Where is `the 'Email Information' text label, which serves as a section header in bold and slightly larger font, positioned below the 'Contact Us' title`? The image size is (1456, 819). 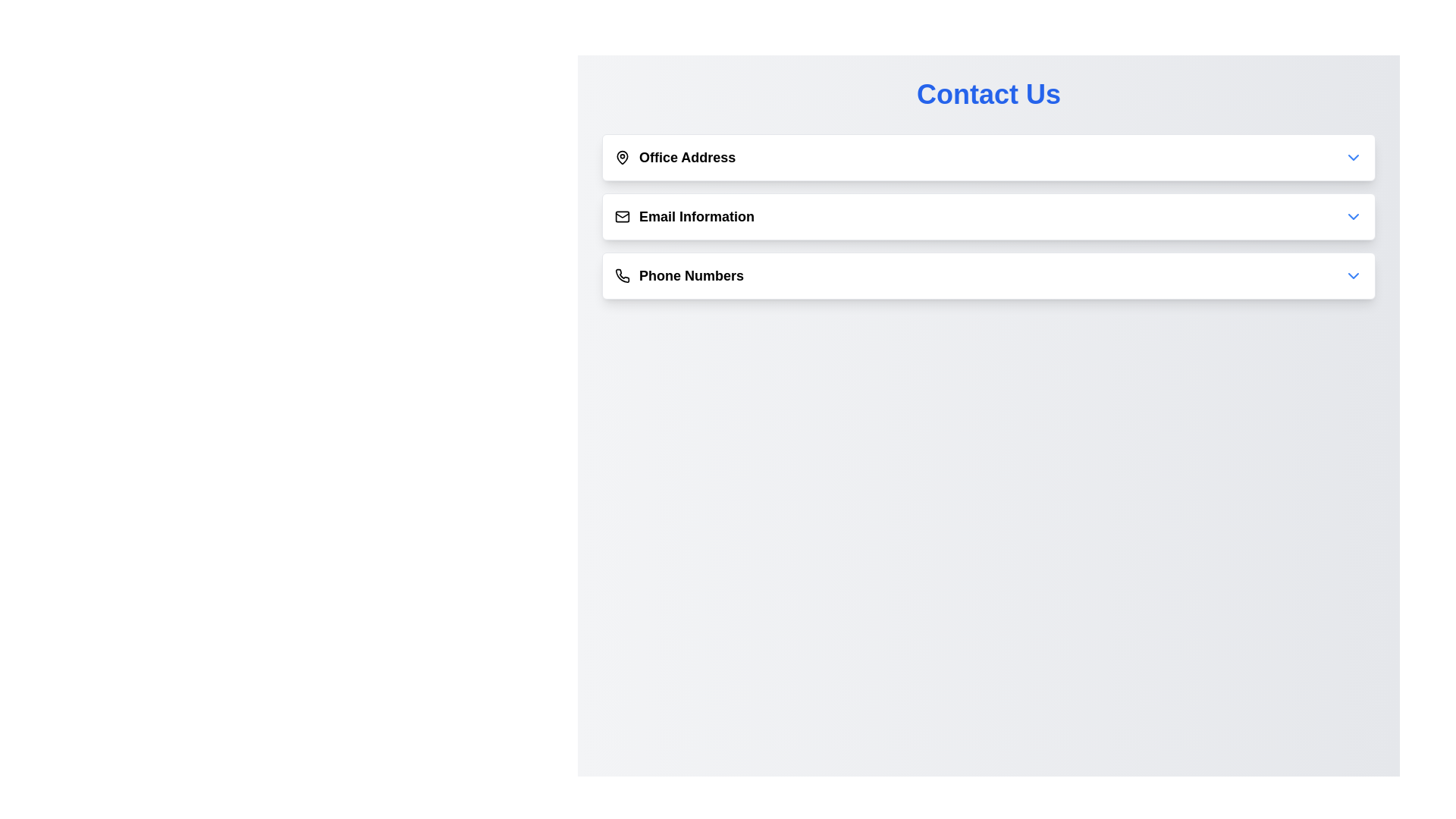 the 'Email Information' text label, which serves as a section header in bold and slightly larger font, positioned below the 'Contact Us' title is located at coordinates (696, 216).